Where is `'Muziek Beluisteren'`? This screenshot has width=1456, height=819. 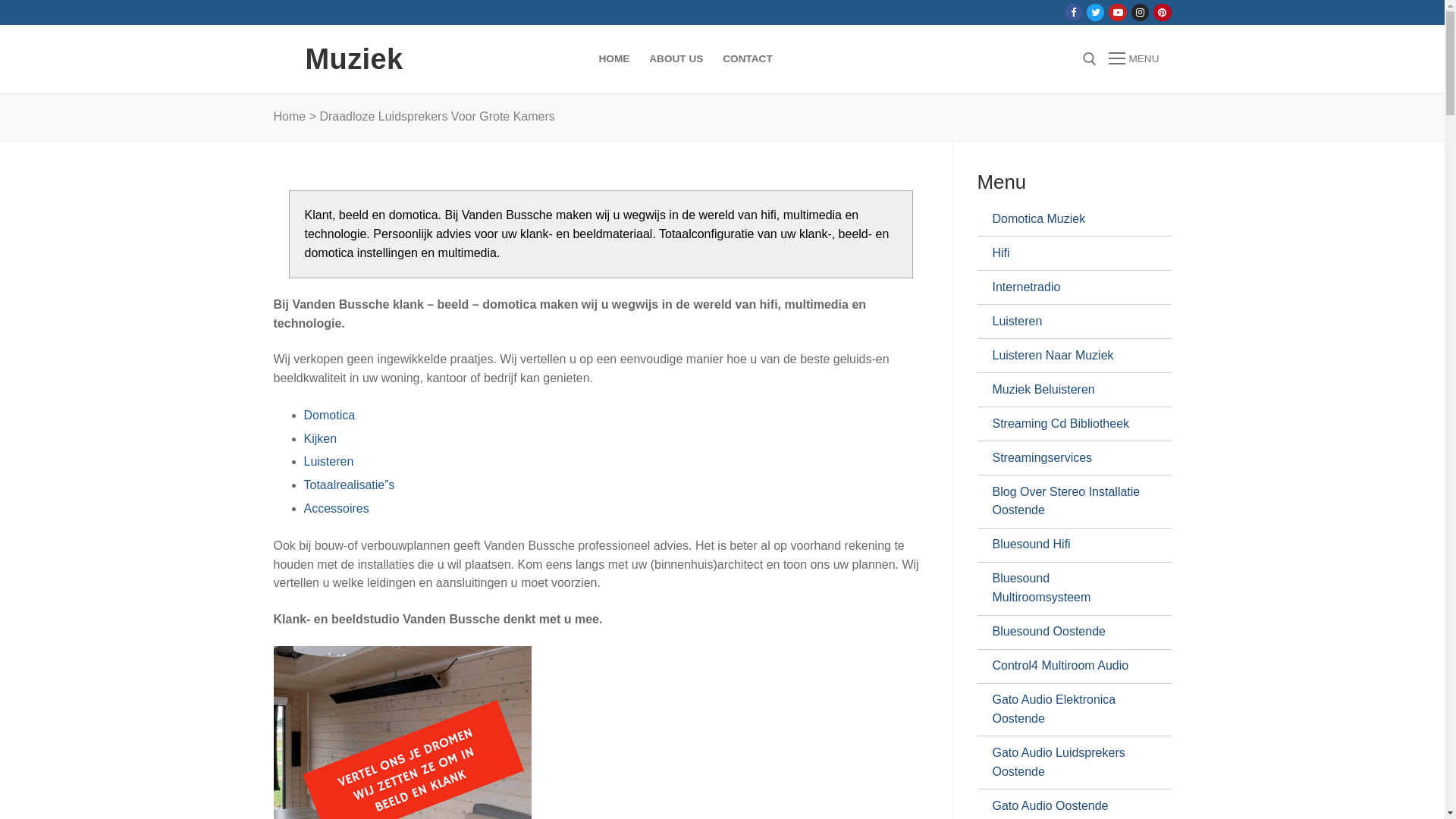 'Muziek Beluisteren' is located at coordinates (1066, 388).